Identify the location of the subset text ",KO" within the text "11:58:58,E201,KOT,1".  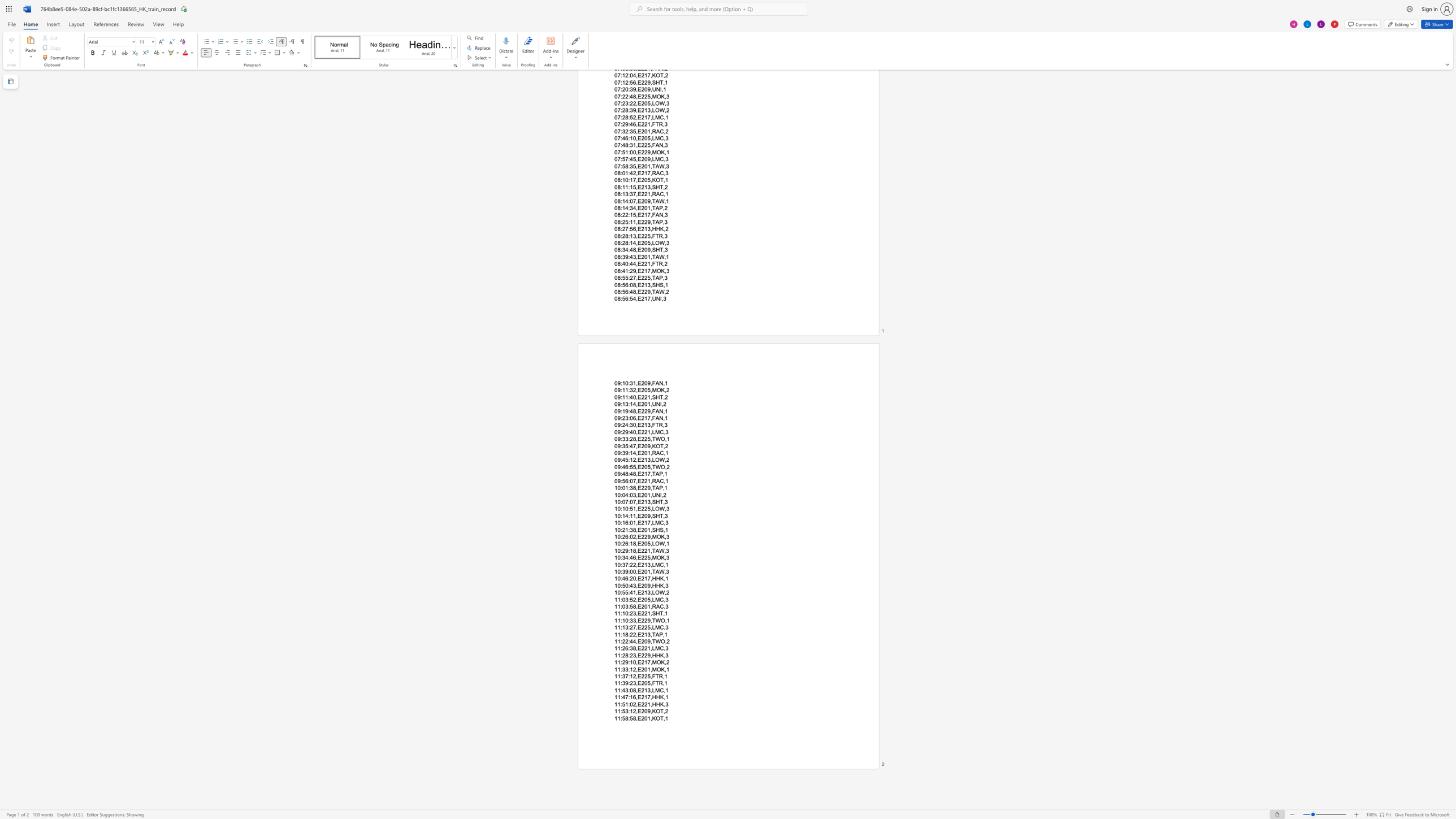
(649, 717).